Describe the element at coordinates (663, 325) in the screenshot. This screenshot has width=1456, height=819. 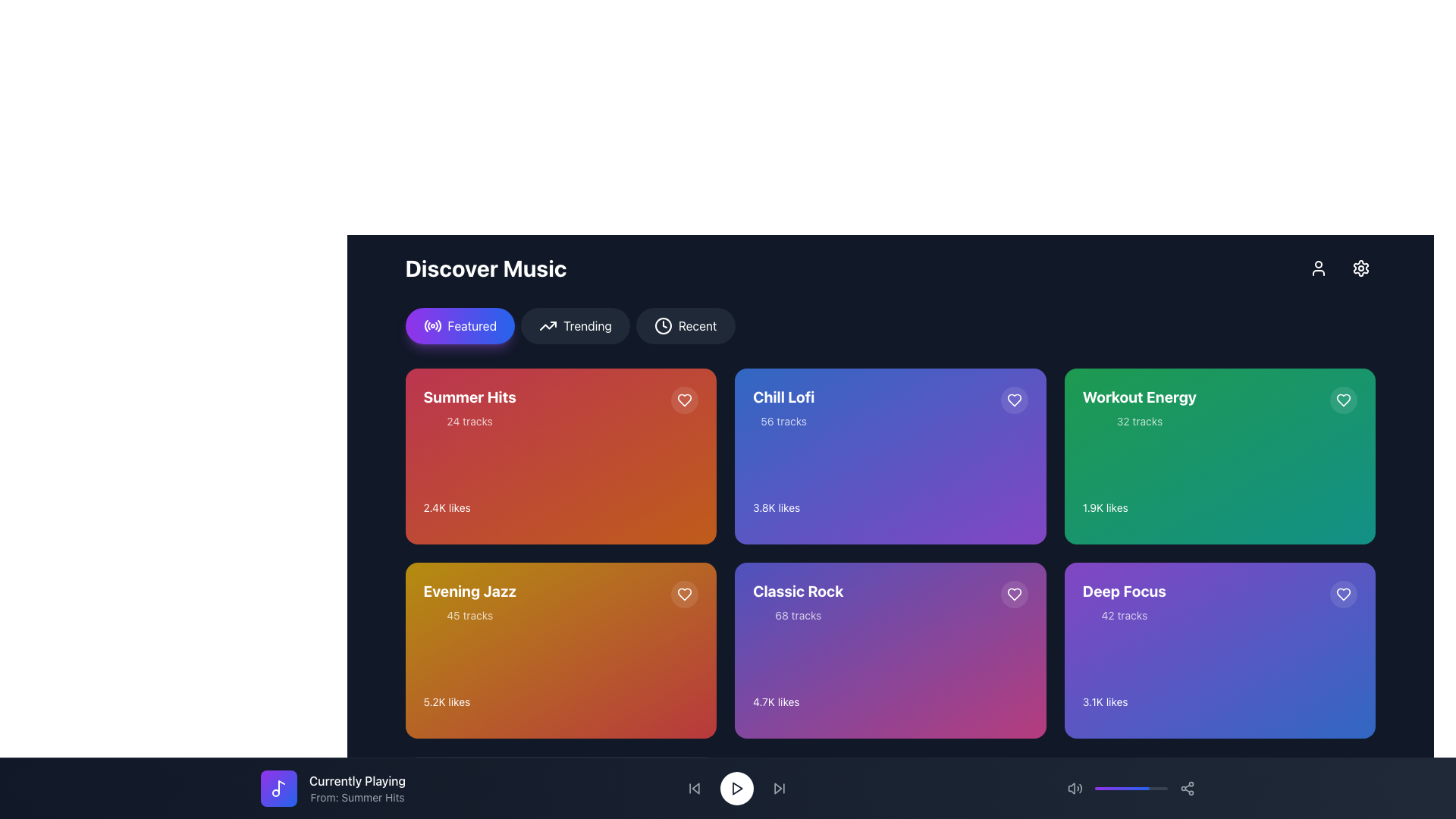
I see `circular element representing the 'Recent' tag within the clock icon located to the right of the 'Trending' button in the top navigation bar` at that location.